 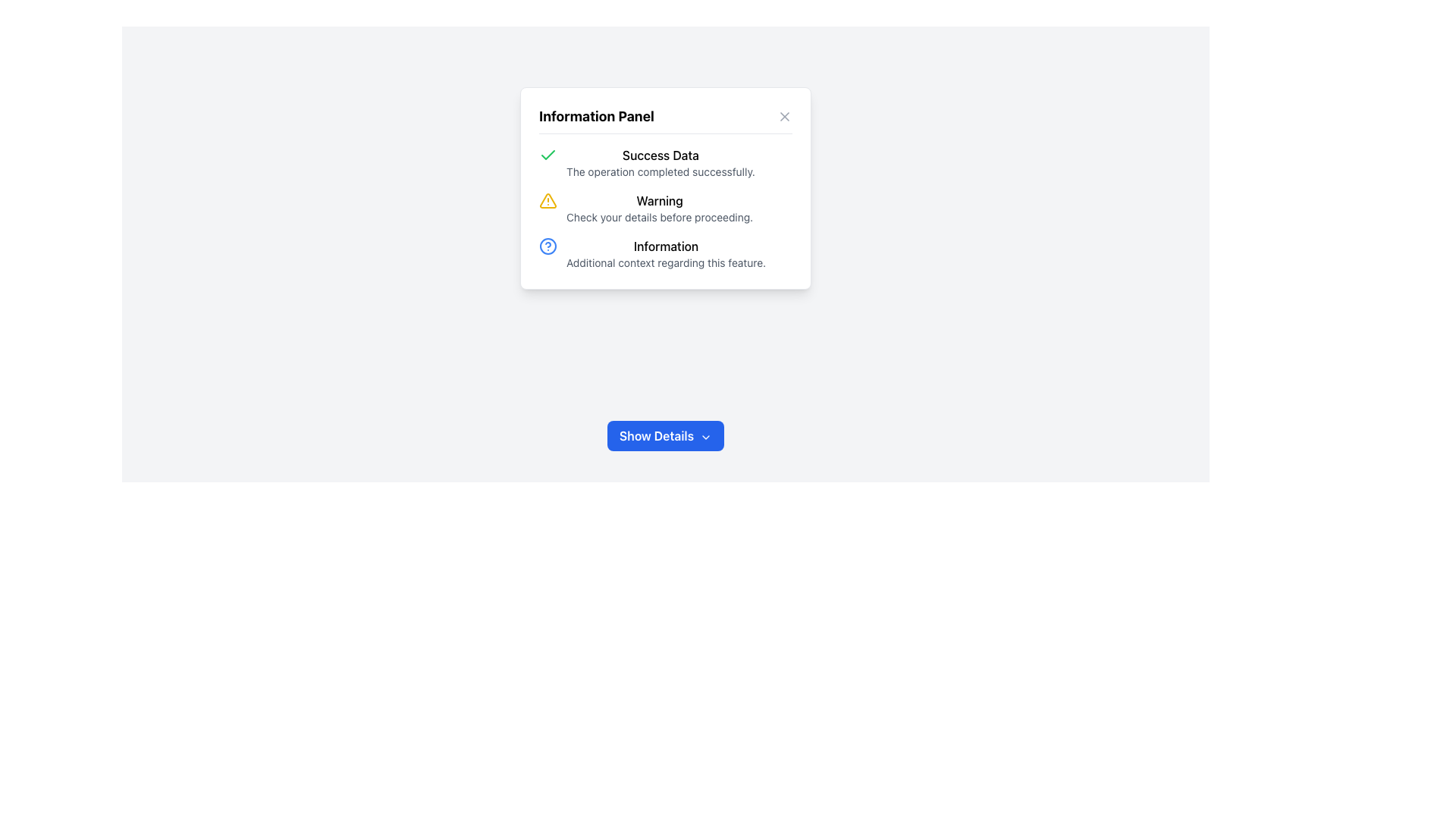 What do you see at coordinates (666, 253) in the screenshot?
I see `the blue question mark icon in the Informational text section` at bounding box center [666, 253].